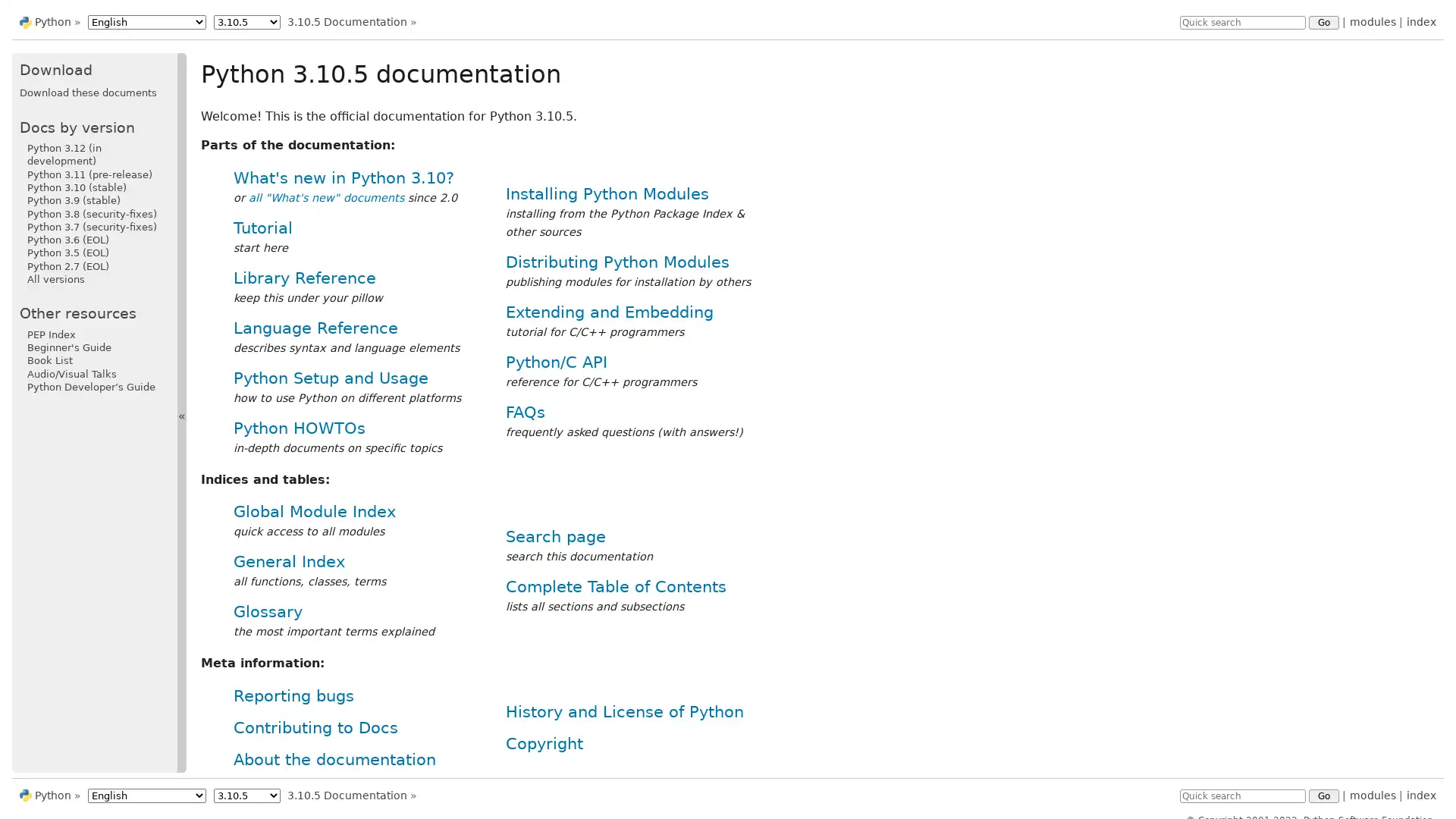 This screenshot has width=1456, height=819. Describe the element at coordinates (1323, 795) in the screenshot. I see `Go` at that location.